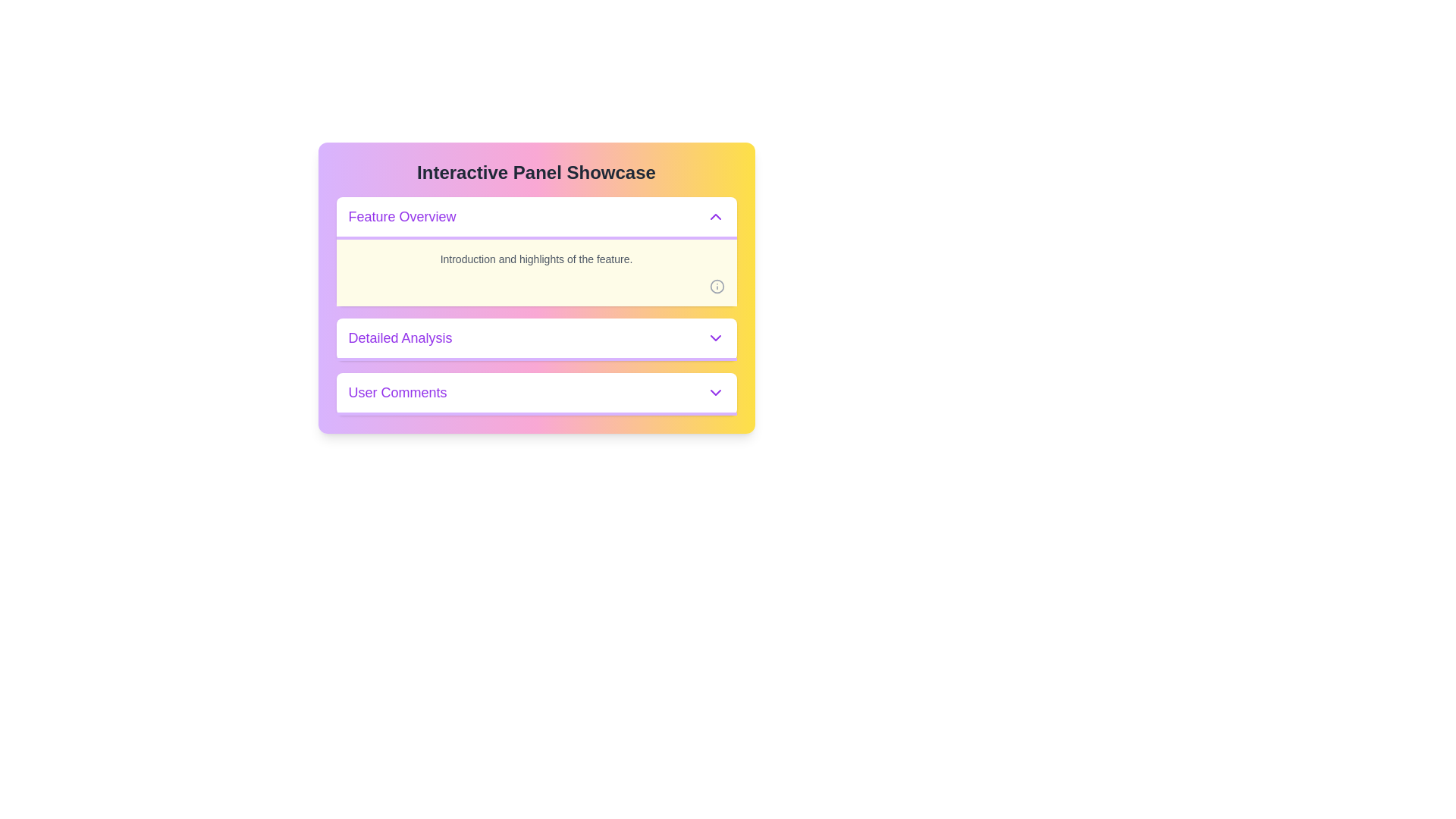 This screenshot has width=1456, height=819. What do you see at coordinates (714, 216) in the screenshot?
I see `the upward-pointing chevron icon with a purple outline located to the right of the 'Feature Overview' section header` at bounding box center [714, 216].